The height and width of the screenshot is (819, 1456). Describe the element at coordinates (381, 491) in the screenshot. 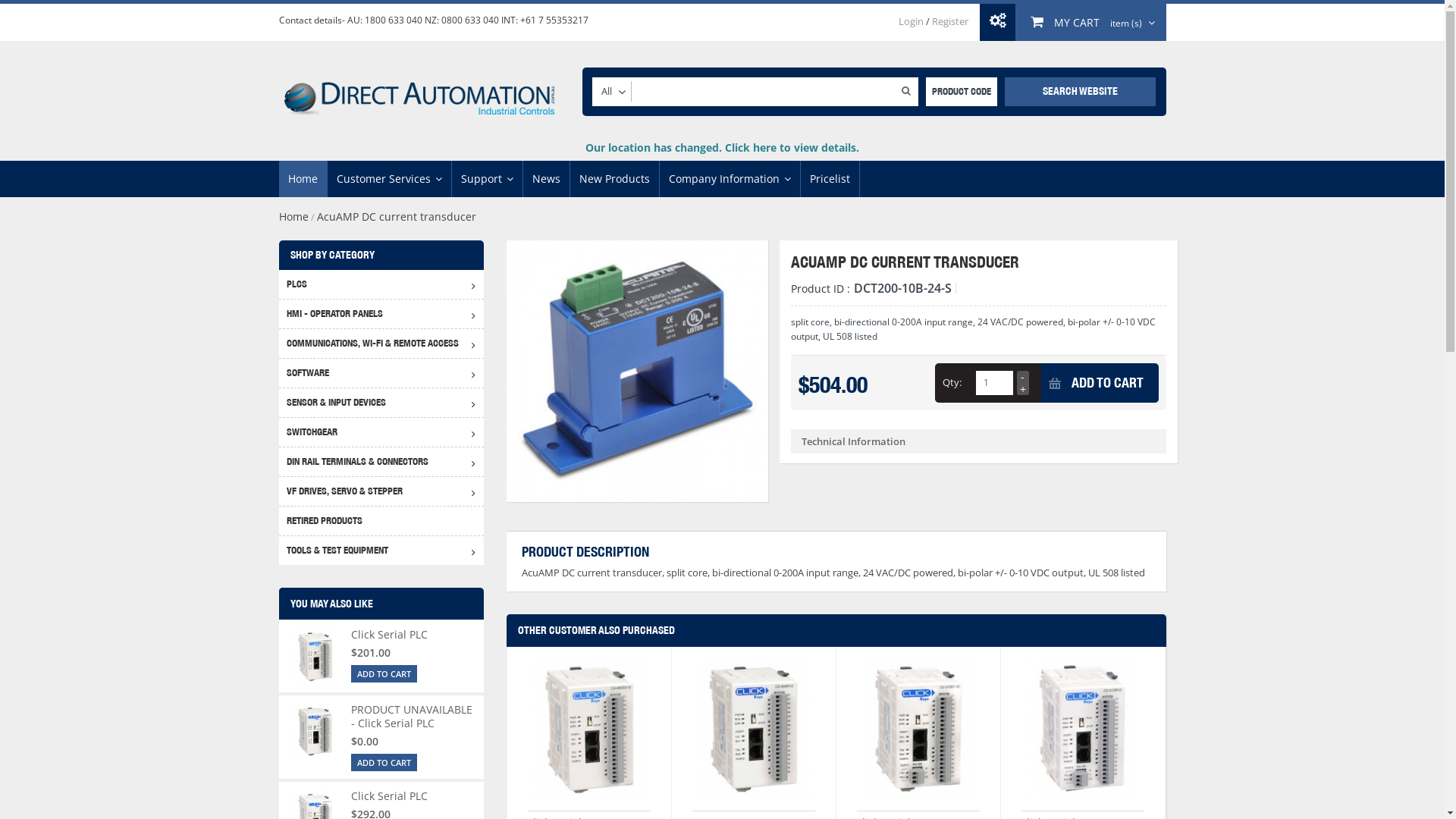

I see `'VF DRIVES, SERVO & STEPPER'` at that location.